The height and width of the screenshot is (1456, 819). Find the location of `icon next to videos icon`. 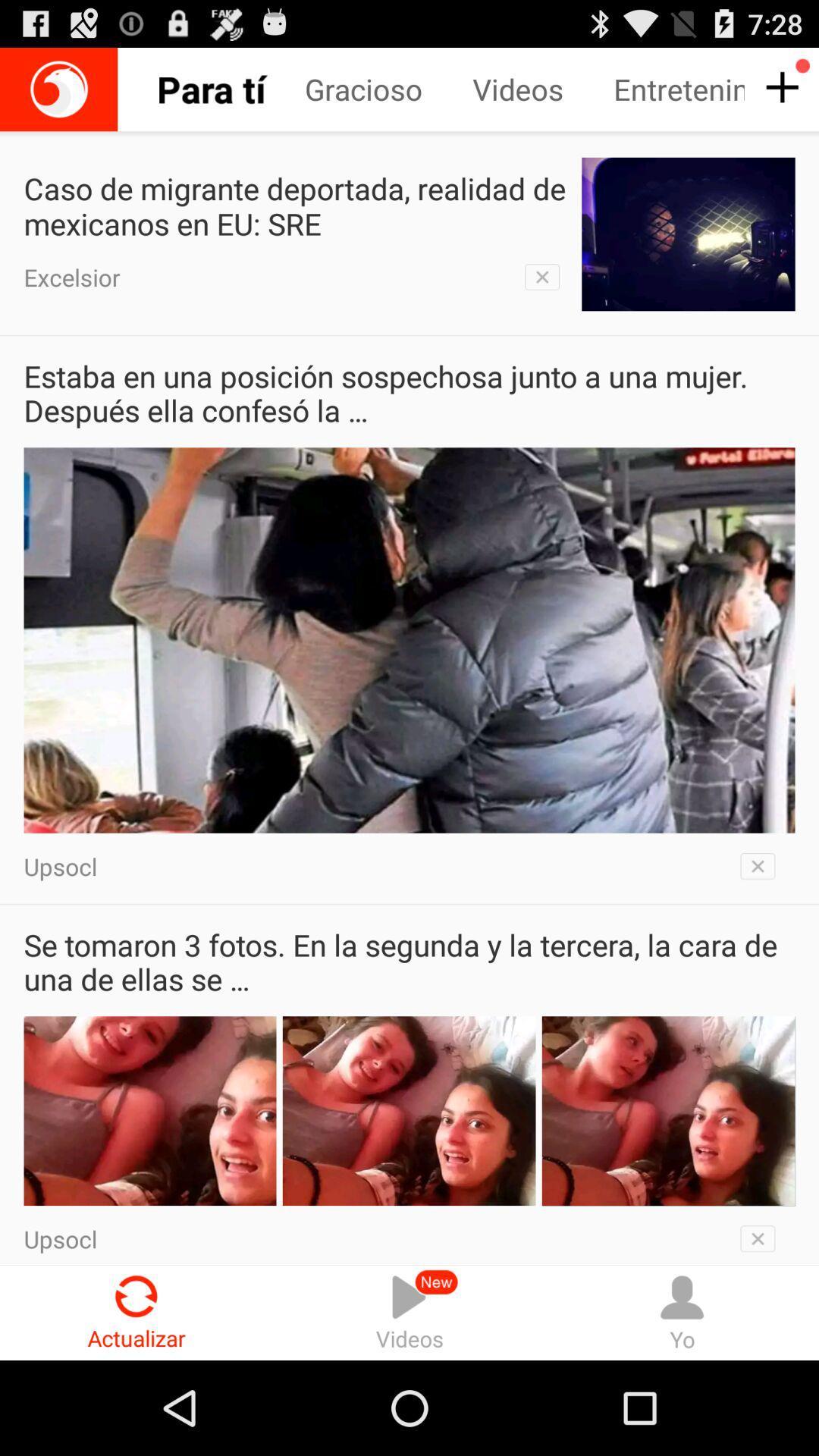

icon next to videos icon is located at coordinates (681, 1312).